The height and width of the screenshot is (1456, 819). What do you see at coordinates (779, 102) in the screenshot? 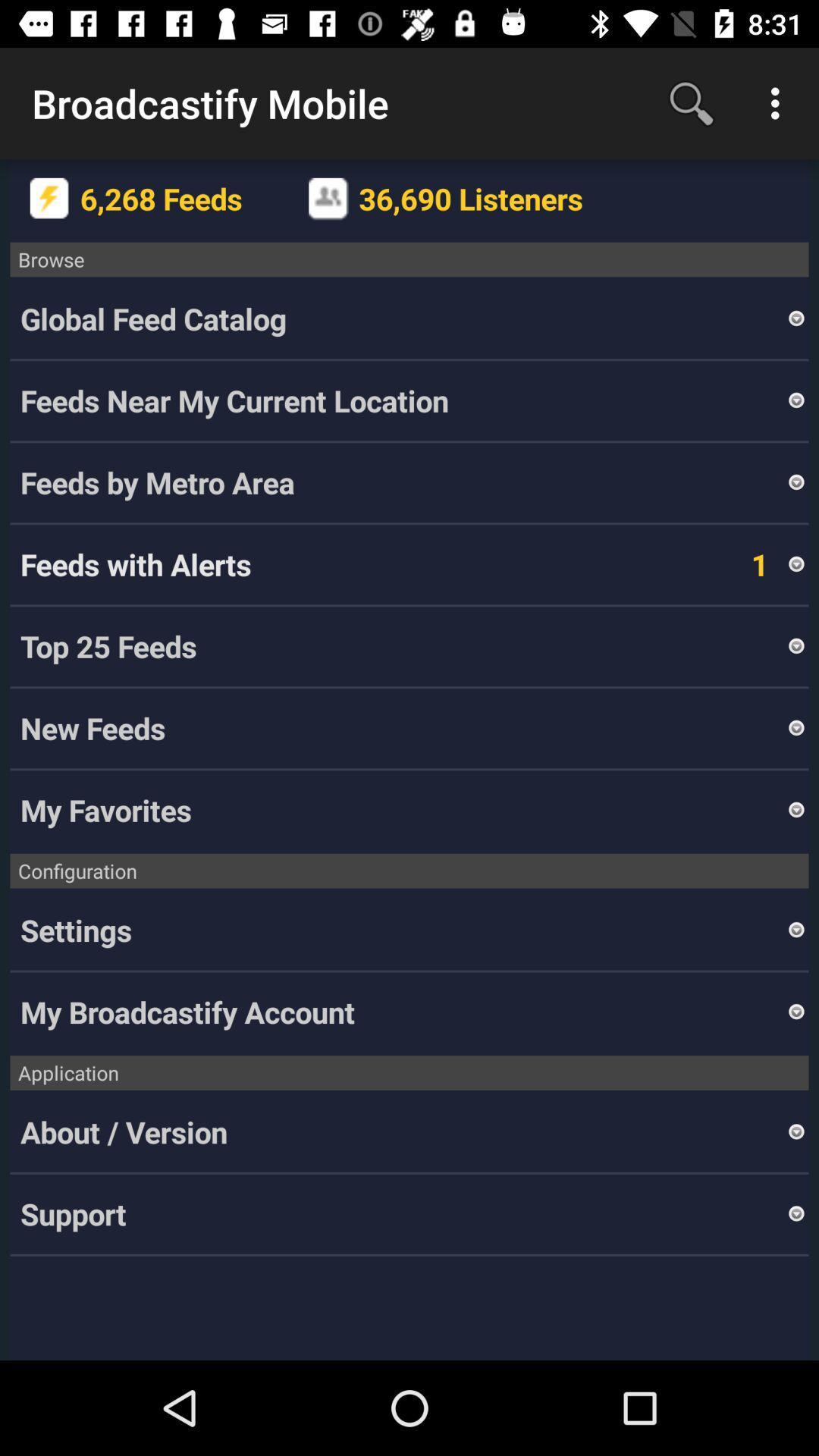
I see `item above browse item` at bounding box center [779, 102].